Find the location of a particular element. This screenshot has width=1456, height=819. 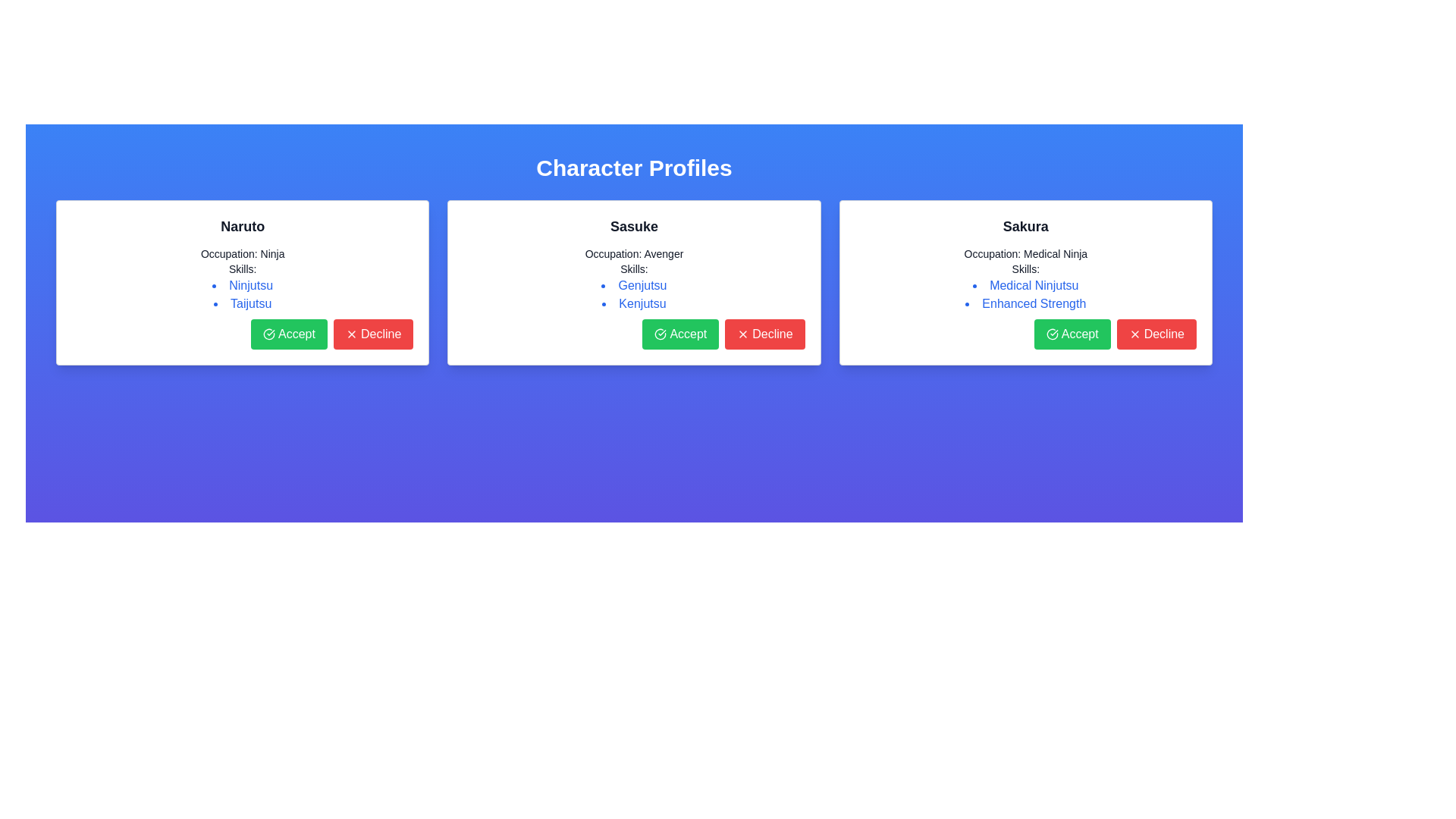

the icon located to the left of the 'Accept' text within the green 'Accept' button at the bottom-left corner of the 'Naruto' card is located at coordinates (269, 333).